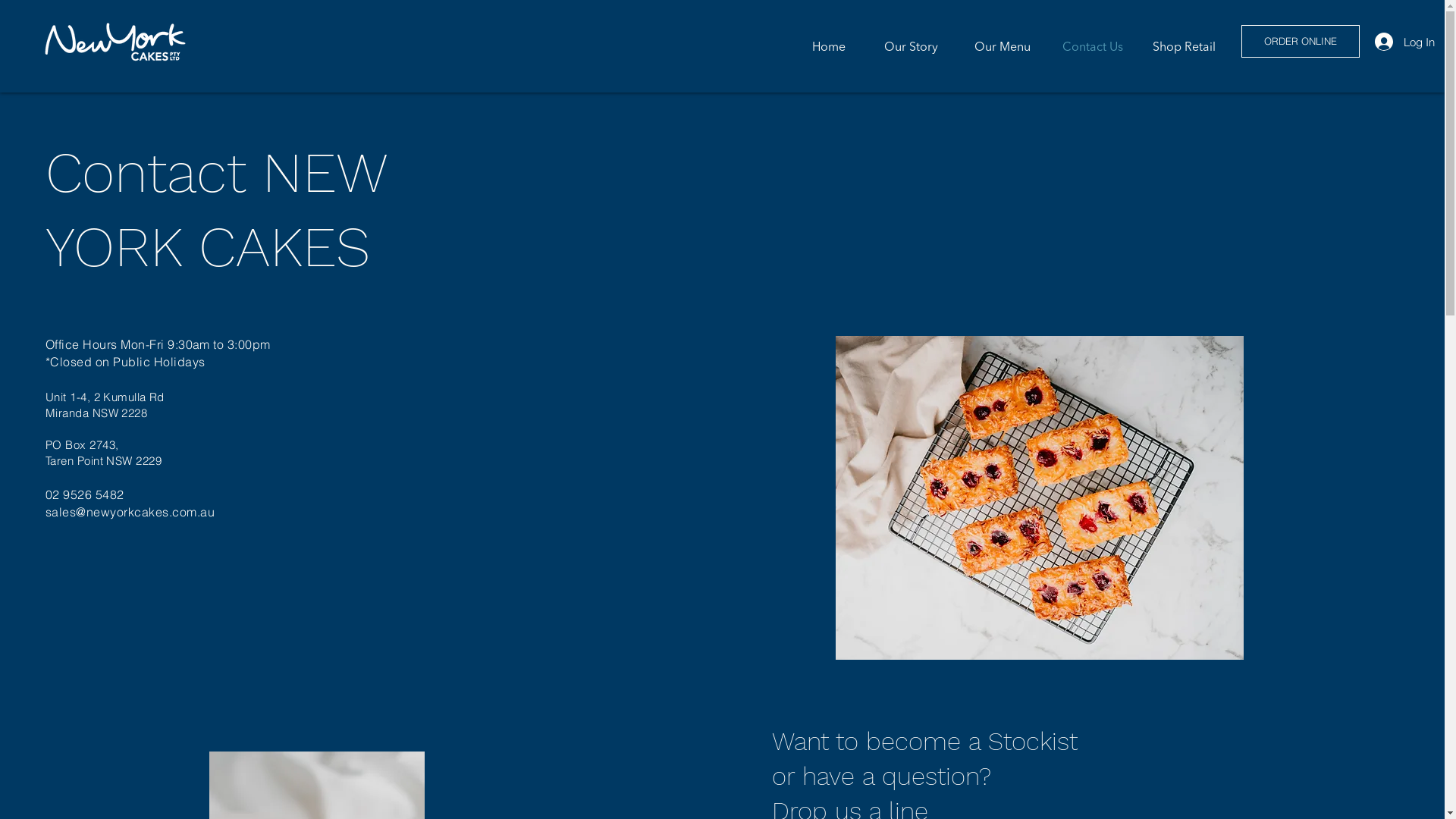 The width and height of the screenshot is (1456, 819). What do you see at coordinates (1381, 40) in the screenshot?
I see `'Log In'` at bounding box center [1381, 40].